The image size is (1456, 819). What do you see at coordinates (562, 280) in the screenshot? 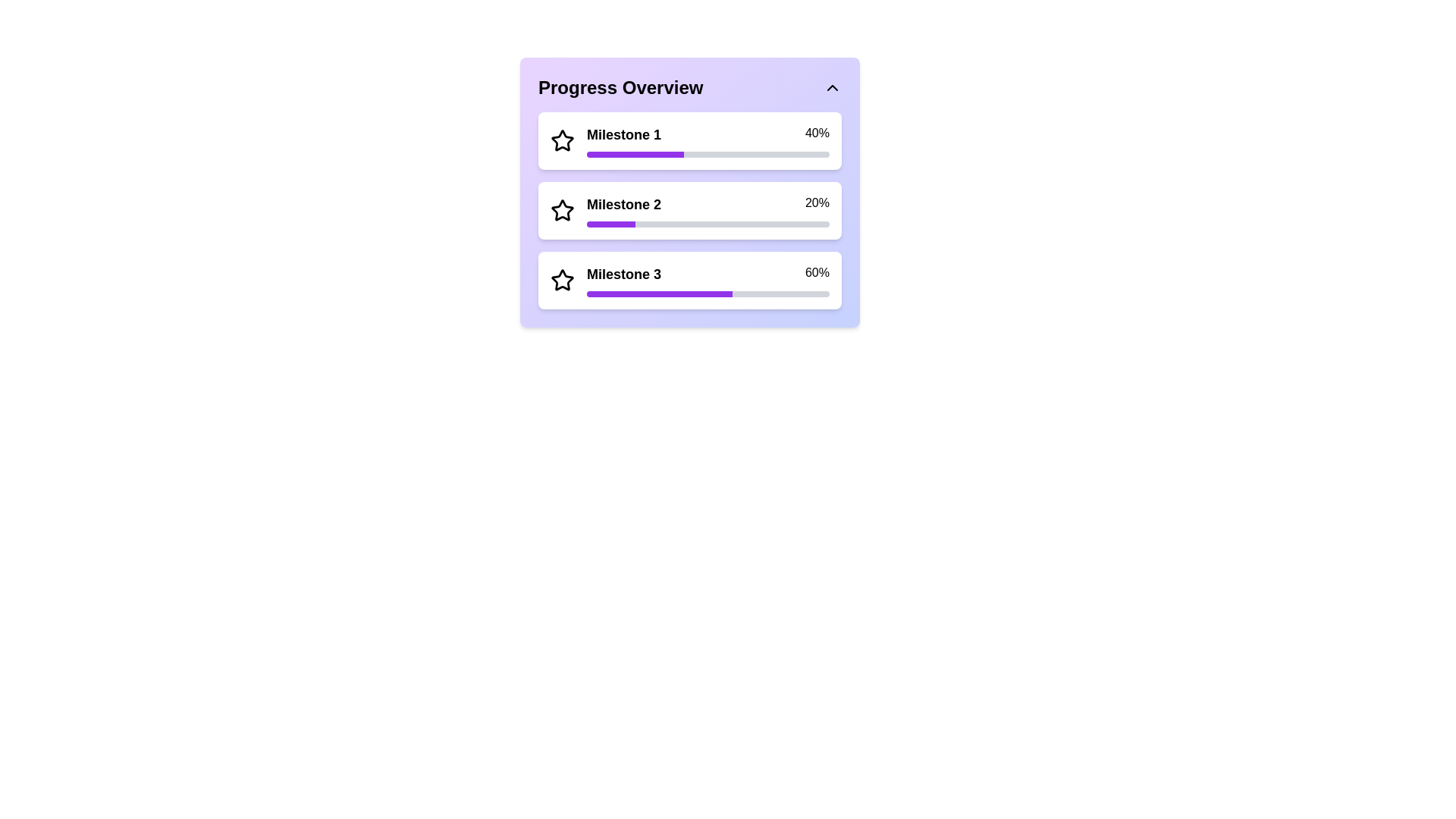
I see `the star-shaped icon associated with 'Milestone 3' in the progress tracking card` at bounding box center [562, 280].